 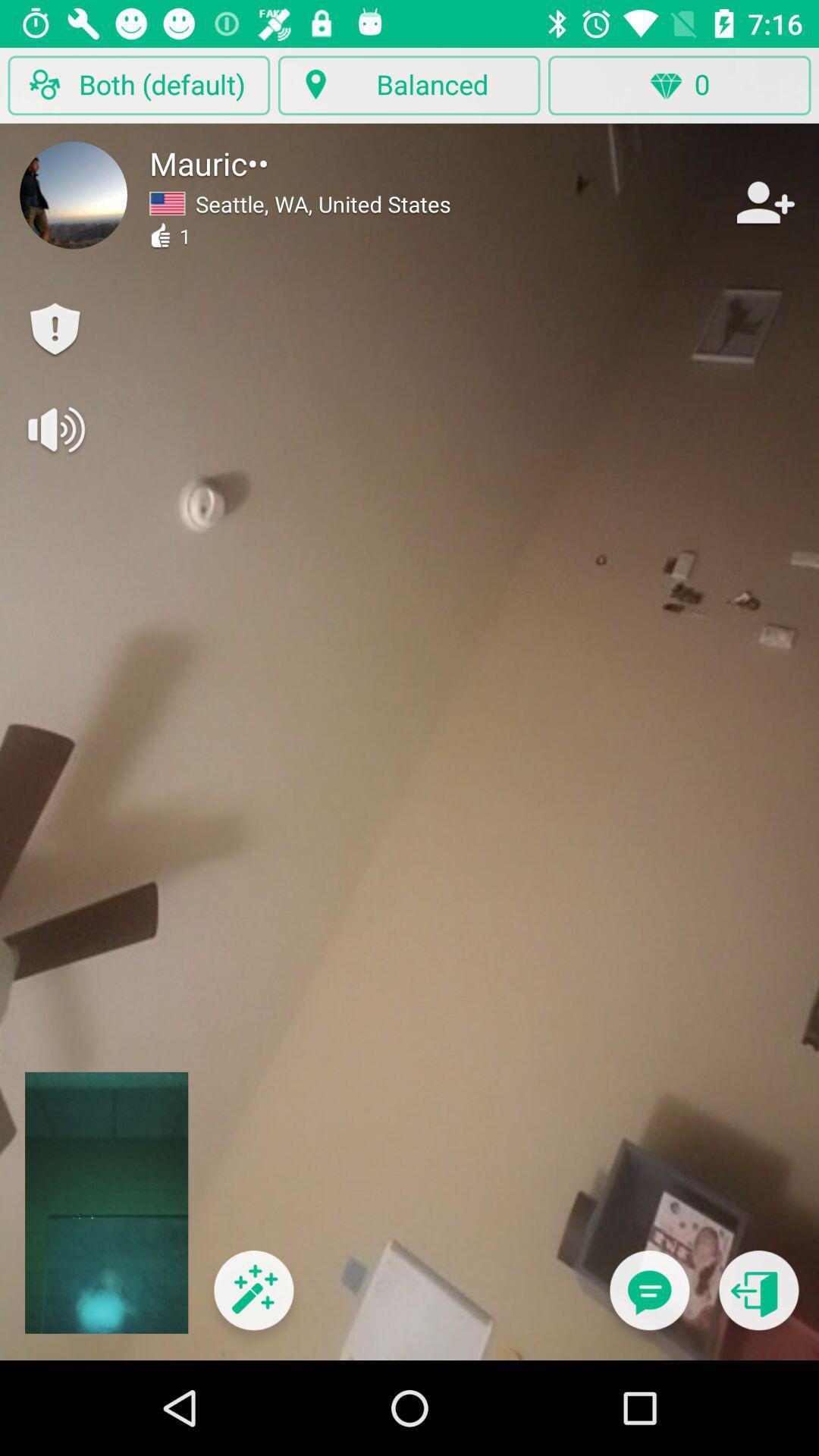 I want to click on the diamond button which is top right corner, so click(x=679, y=85).